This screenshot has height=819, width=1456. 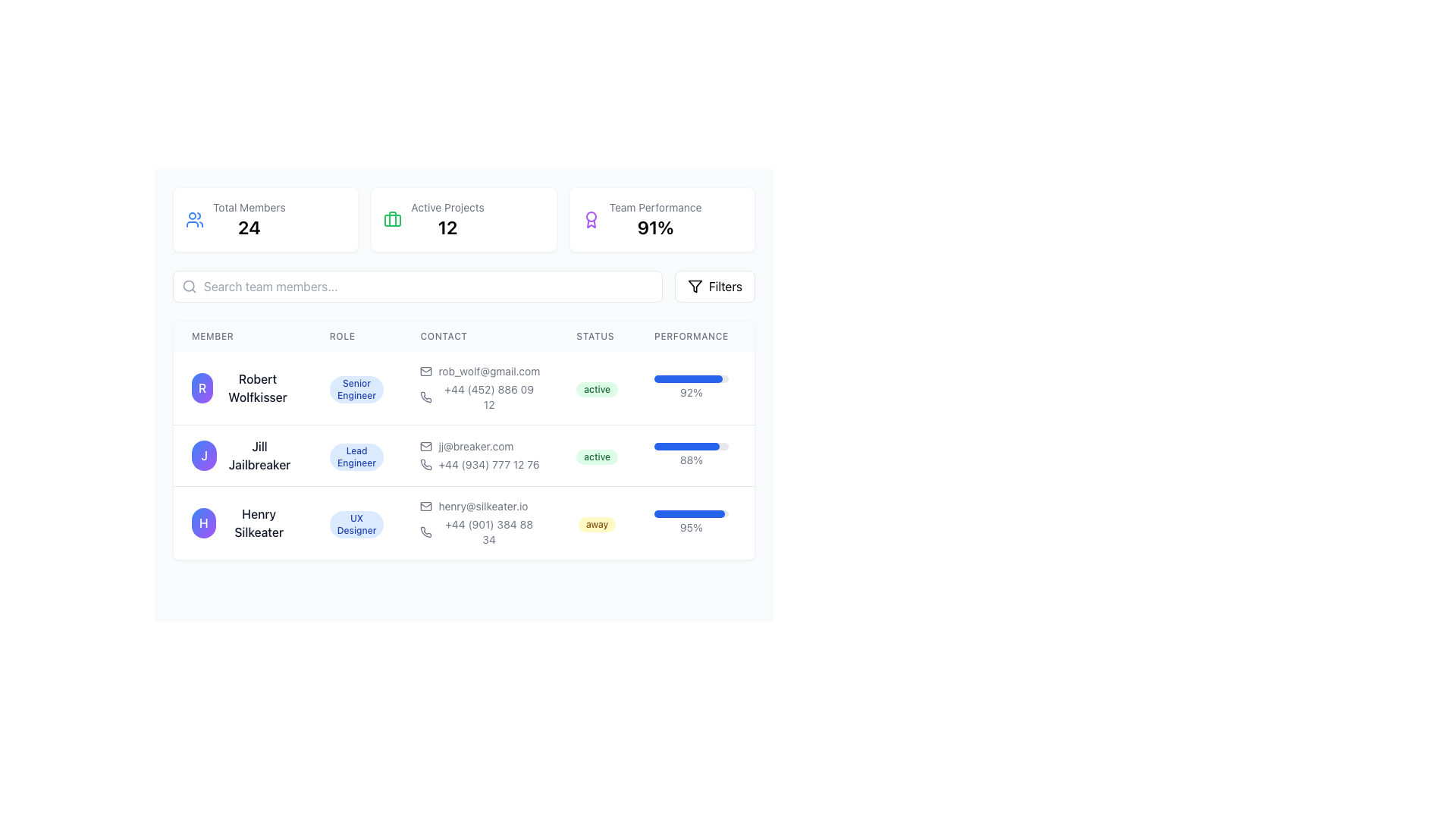 I want to click on the 'Filters' button, which is a rectangular button with rounded corners, featuring a white background and a light gray border, displaying bold black text with a filter icon on its left, so click(x=714, y=287).